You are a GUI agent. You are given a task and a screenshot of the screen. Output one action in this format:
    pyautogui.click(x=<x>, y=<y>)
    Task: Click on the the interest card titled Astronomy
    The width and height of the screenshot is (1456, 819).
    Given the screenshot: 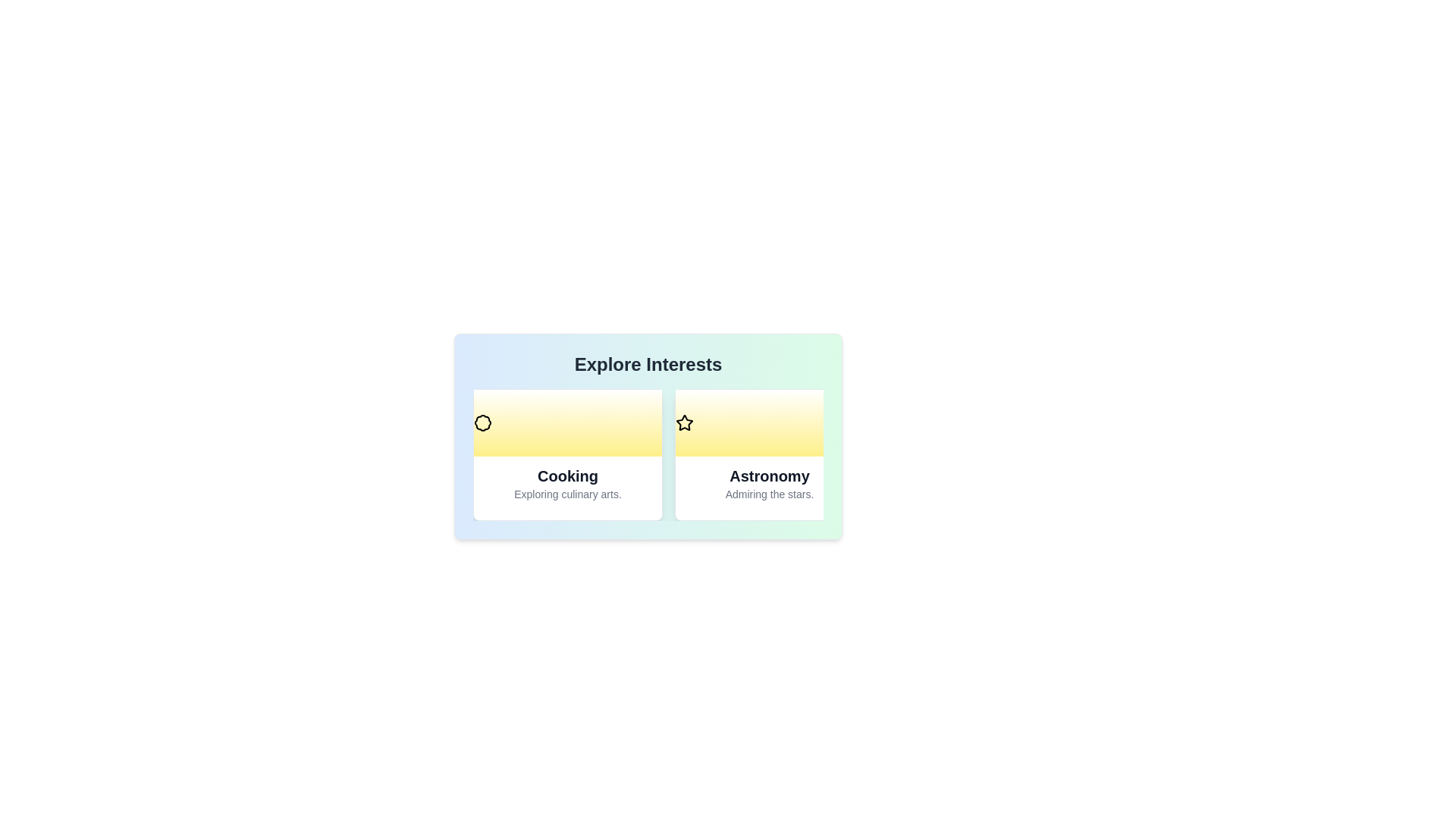 What is the action you would take?
    pyautogui.click(x=769, y=454)
    